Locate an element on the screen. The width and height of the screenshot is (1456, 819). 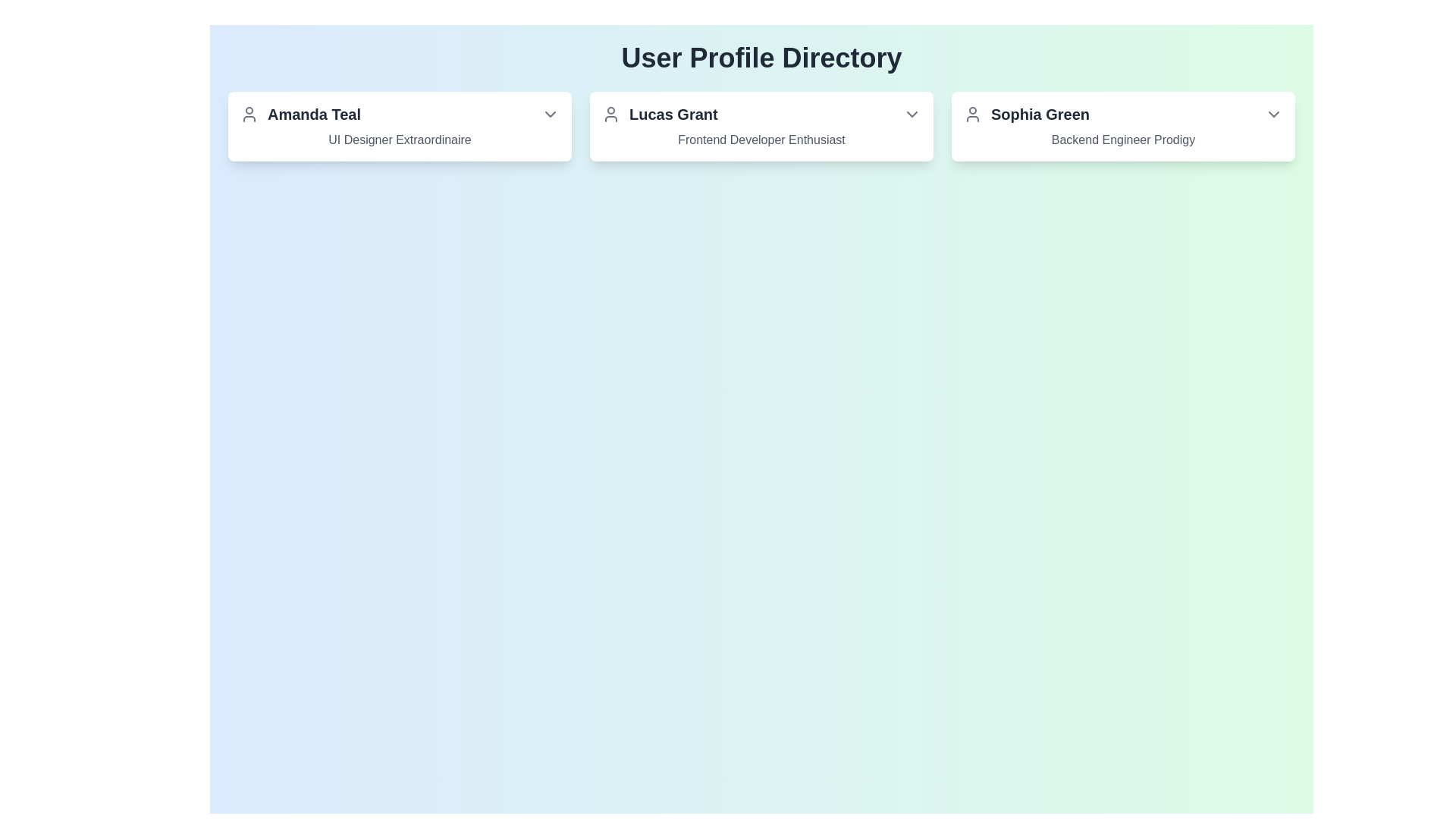
the text label displaying the user 'Amanda Teal' in the profile card located in the top-left section of the interface is located at coordinates (313, 113).